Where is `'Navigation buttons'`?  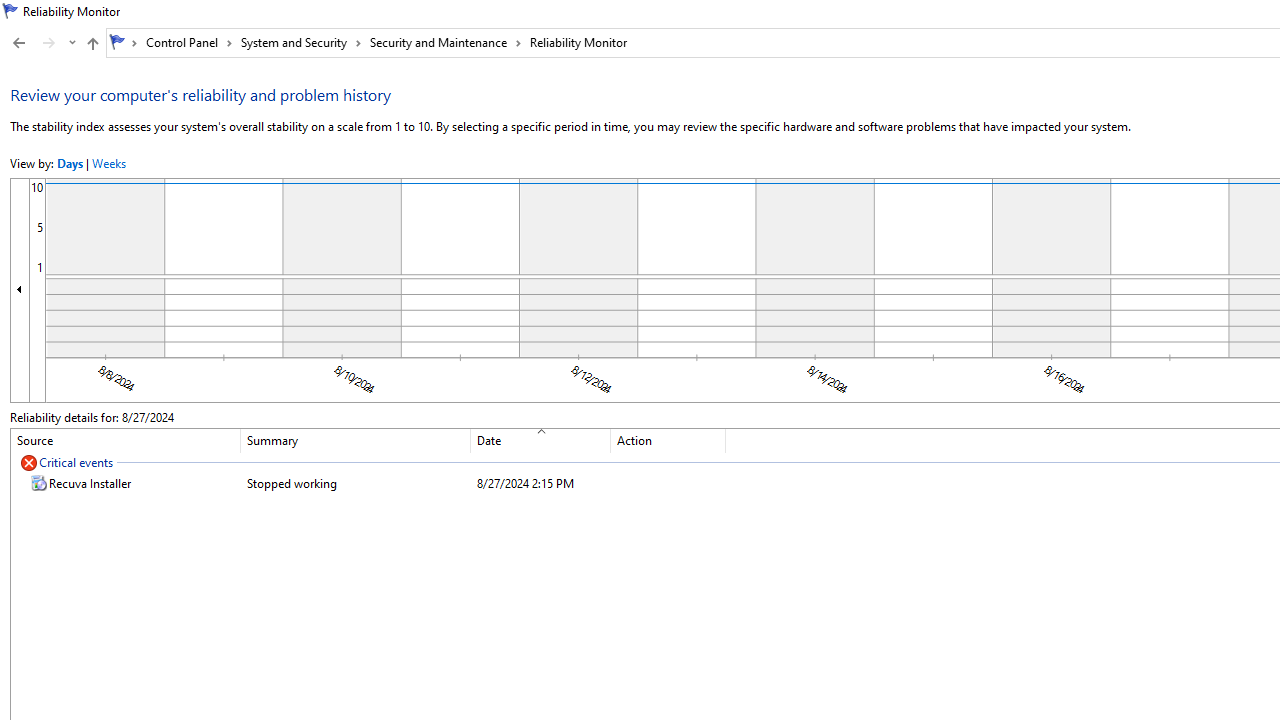
'Navigation buttons' is located at coordinates (42, 43).